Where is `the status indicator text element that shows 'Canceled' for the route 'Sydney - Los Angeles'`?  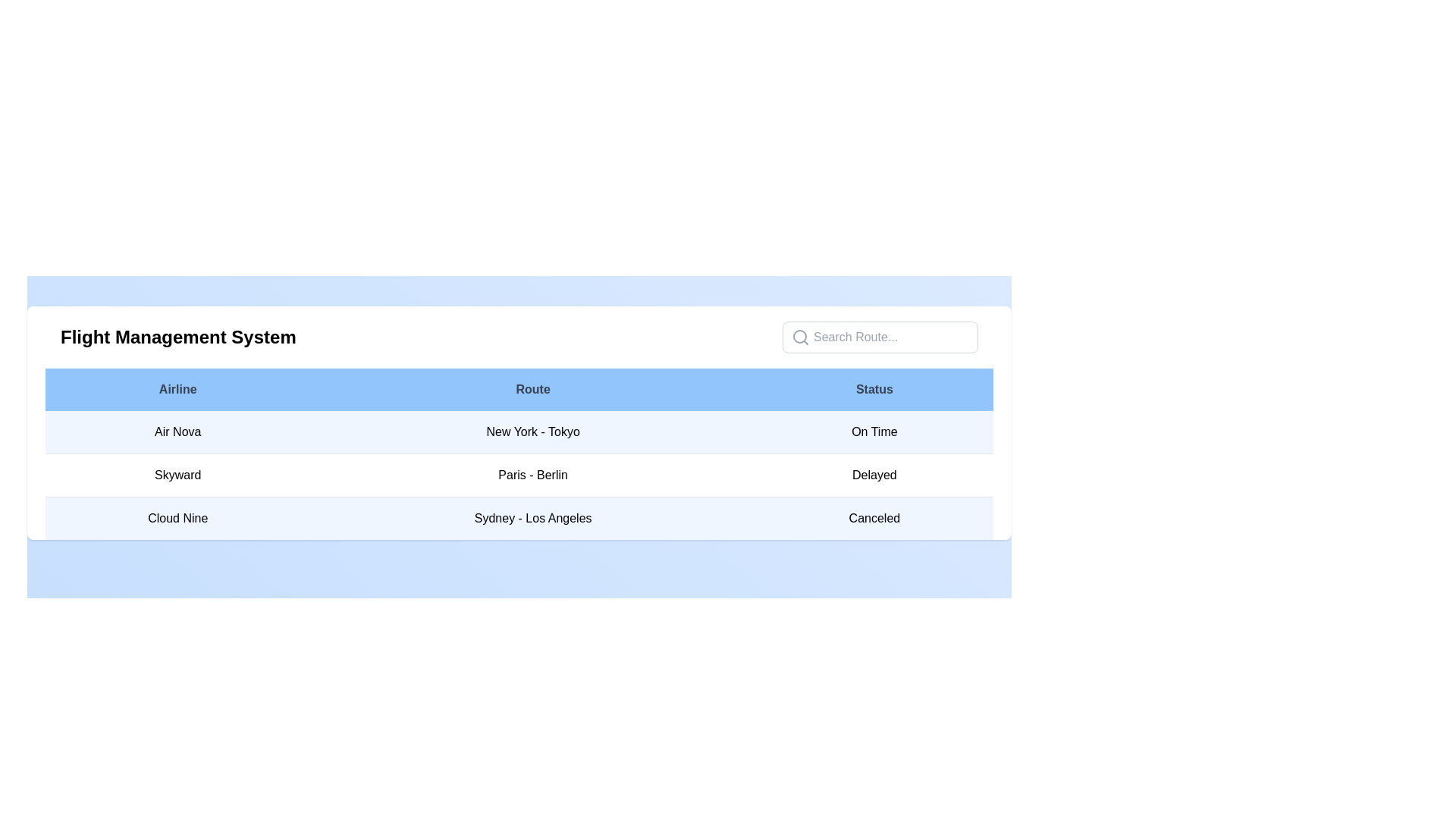 the status indicator text element that shows 'Canceled' for the route 'Sydney - Los Angeles' is located at coordinates (874, 517).